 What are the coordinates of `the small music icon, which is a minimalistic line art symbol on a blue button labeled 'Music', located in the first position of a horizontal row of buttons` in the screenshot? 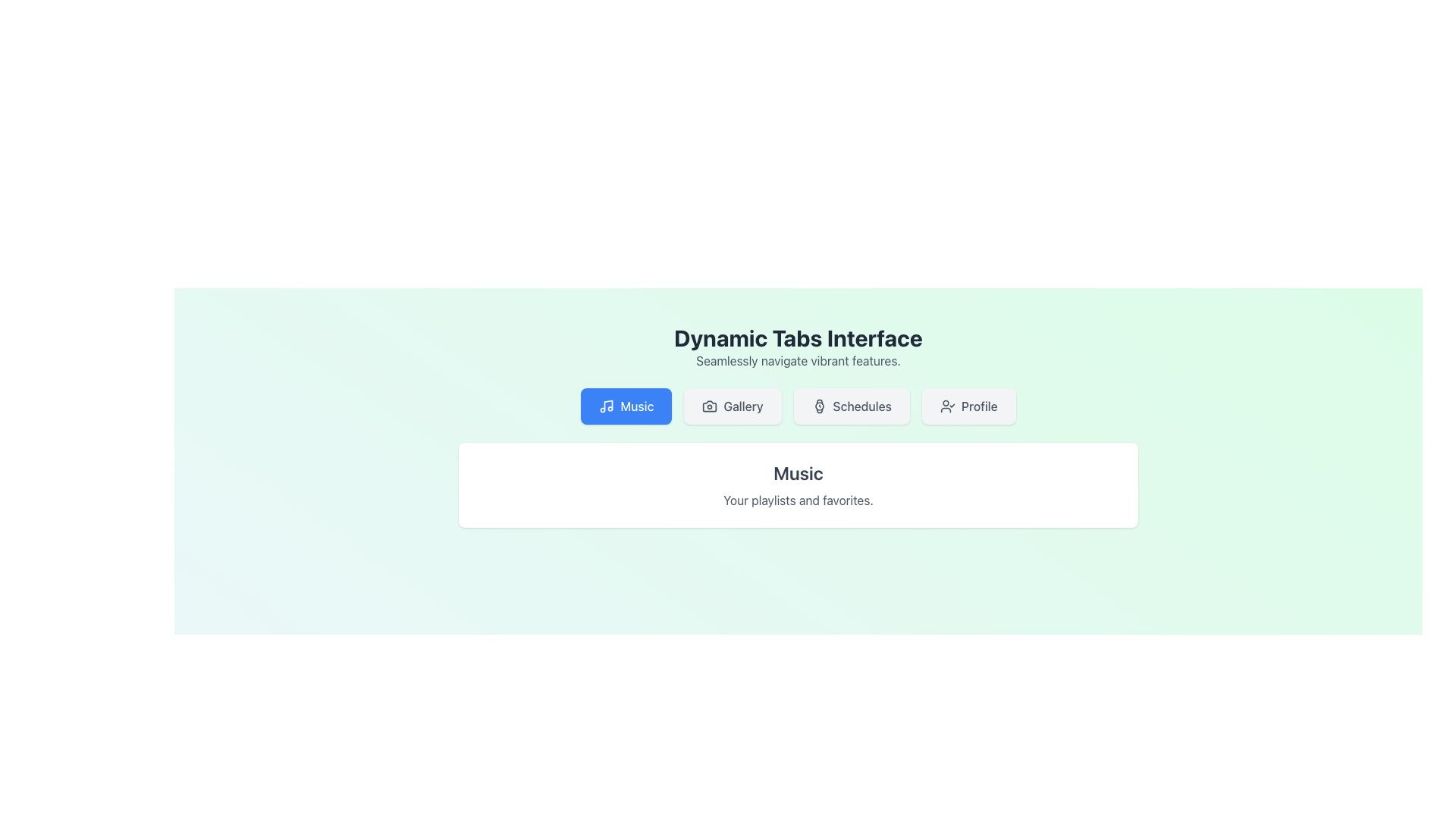 It's located at (607, 406).